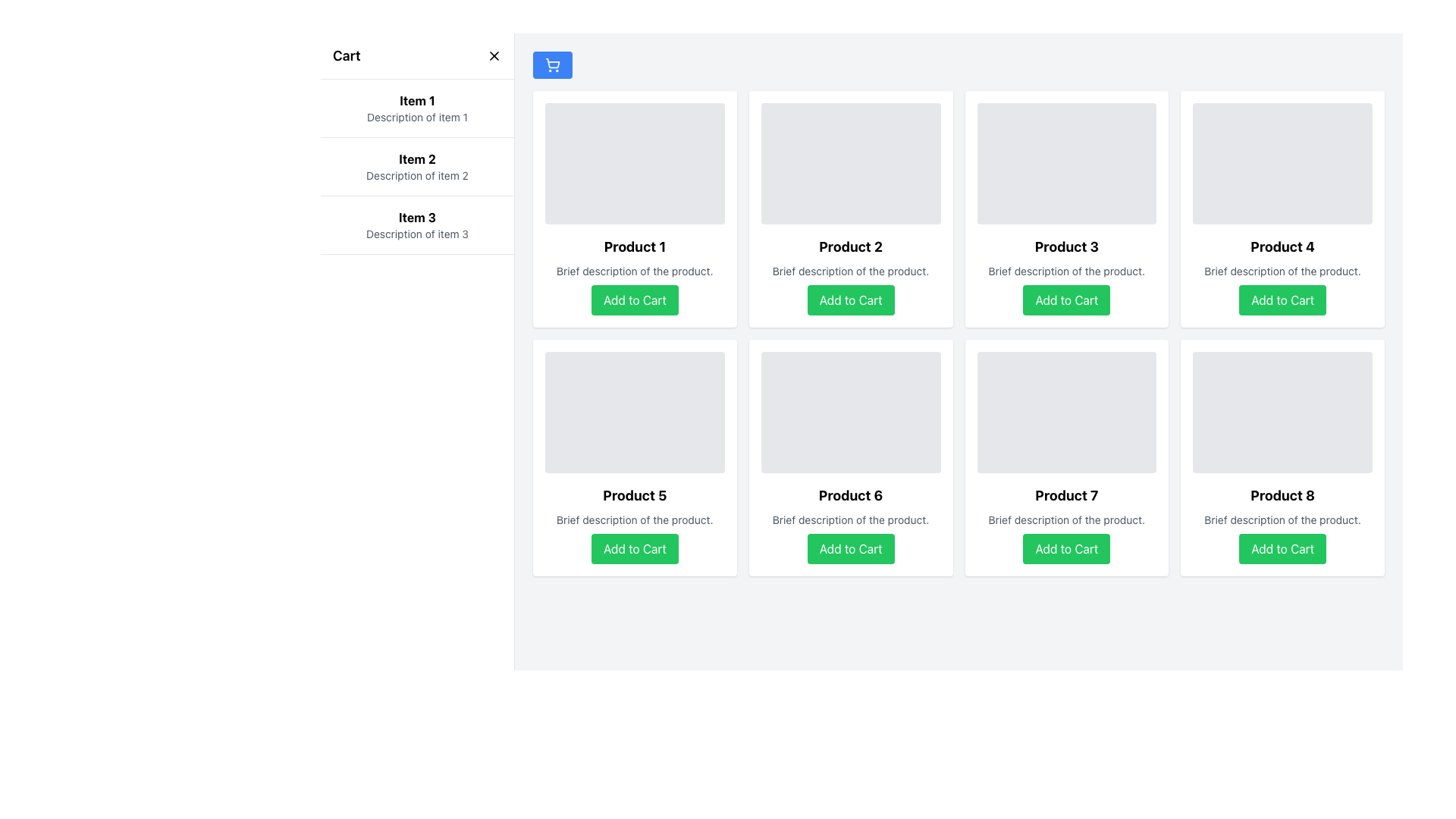  Describe the element at coordinates (1065, 246) in the screenshot. I see `the Text label that serves as the title or identifier for the product within the card, located in the top row, third column of the grid layout` at that location.